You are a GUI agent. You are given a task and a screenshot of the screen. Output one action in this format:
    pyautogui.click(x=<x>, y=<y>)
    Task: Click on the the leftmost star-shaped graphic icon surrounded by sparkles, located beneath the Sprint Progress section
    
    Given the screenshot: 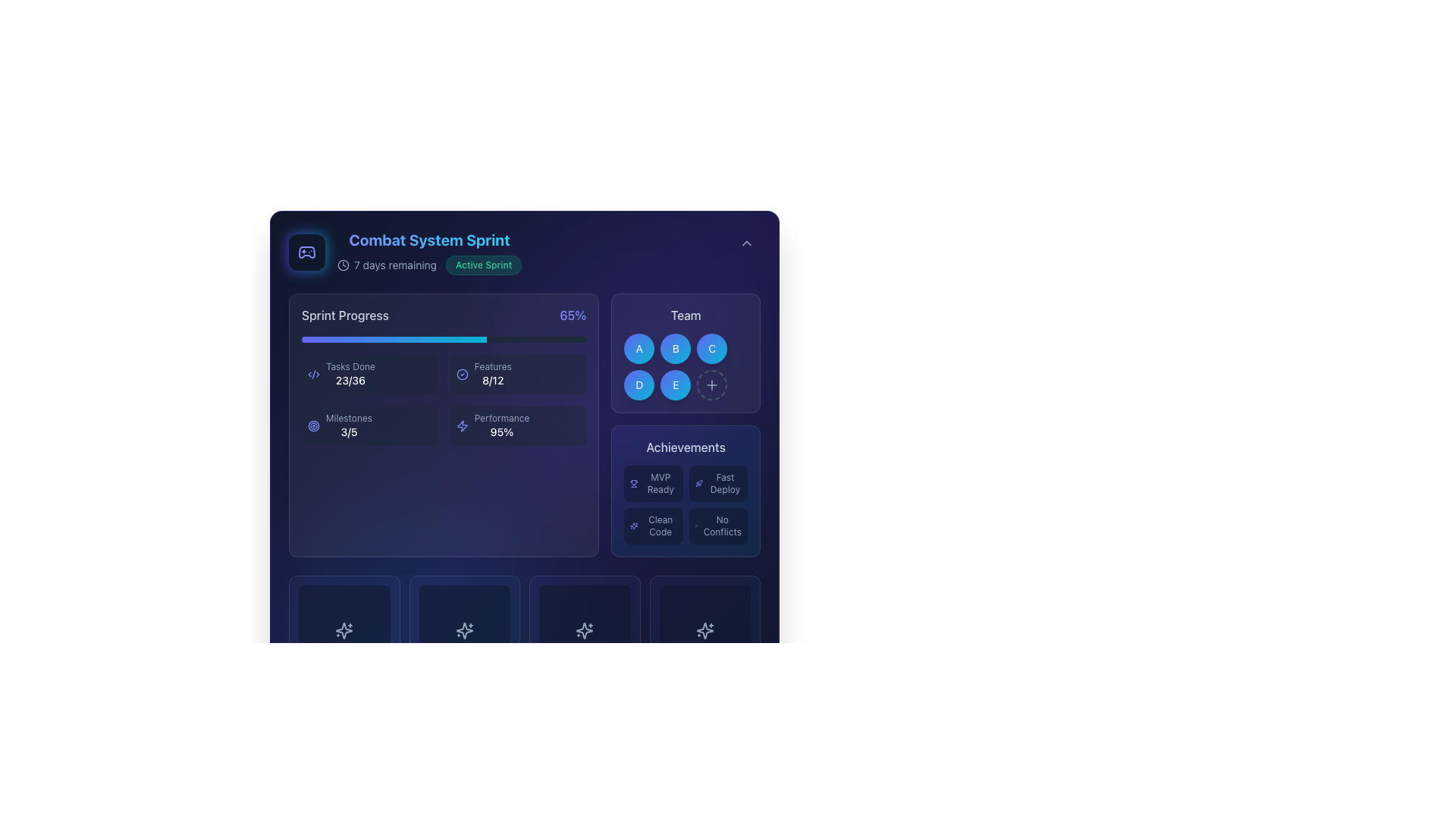 What is the action you would take?
    pyautogui.click(x=463, y=631)
    